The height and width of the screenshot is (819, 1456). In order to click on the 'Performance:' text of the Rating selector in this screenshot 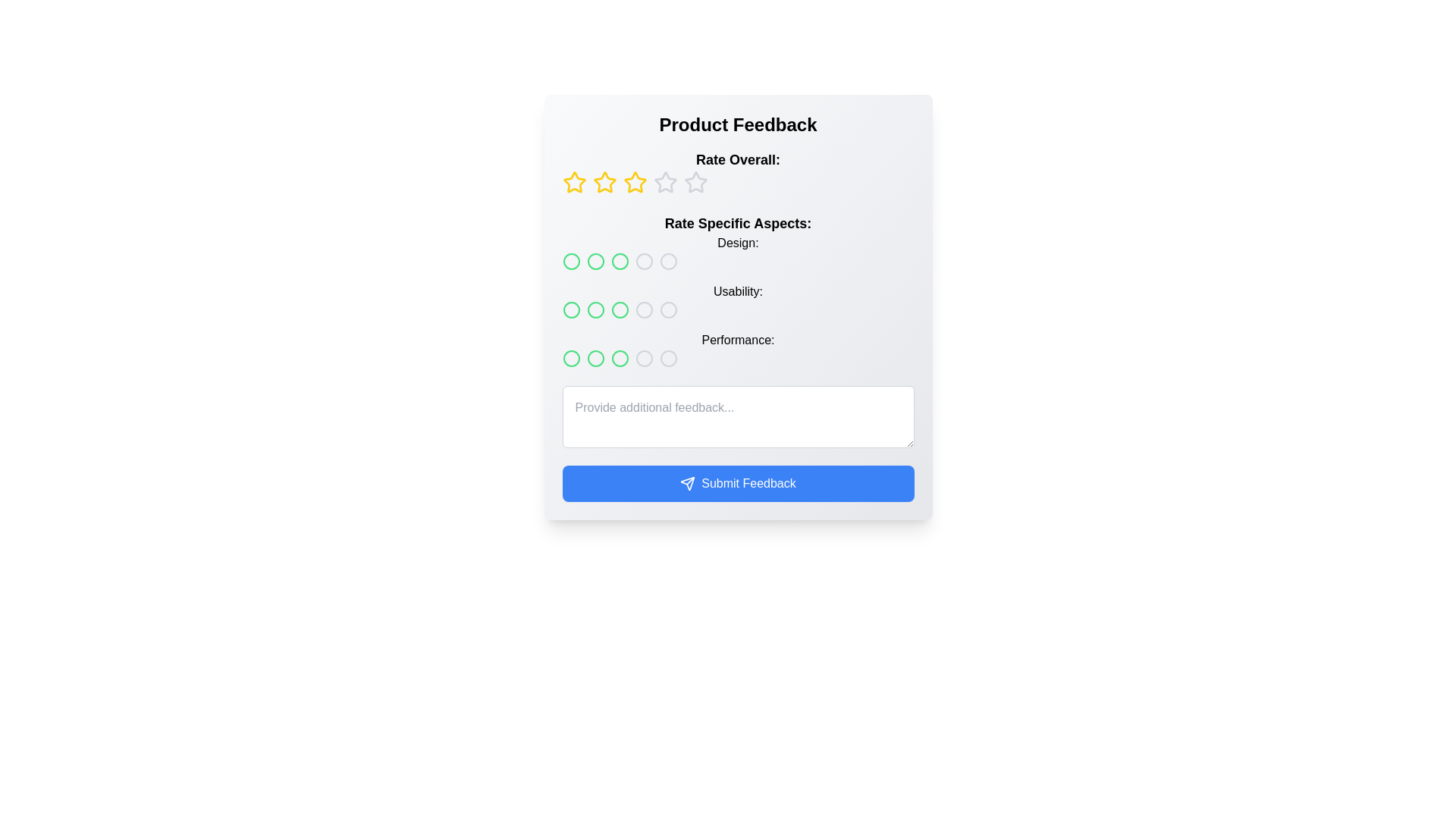, I will do `click(738, 350)`.